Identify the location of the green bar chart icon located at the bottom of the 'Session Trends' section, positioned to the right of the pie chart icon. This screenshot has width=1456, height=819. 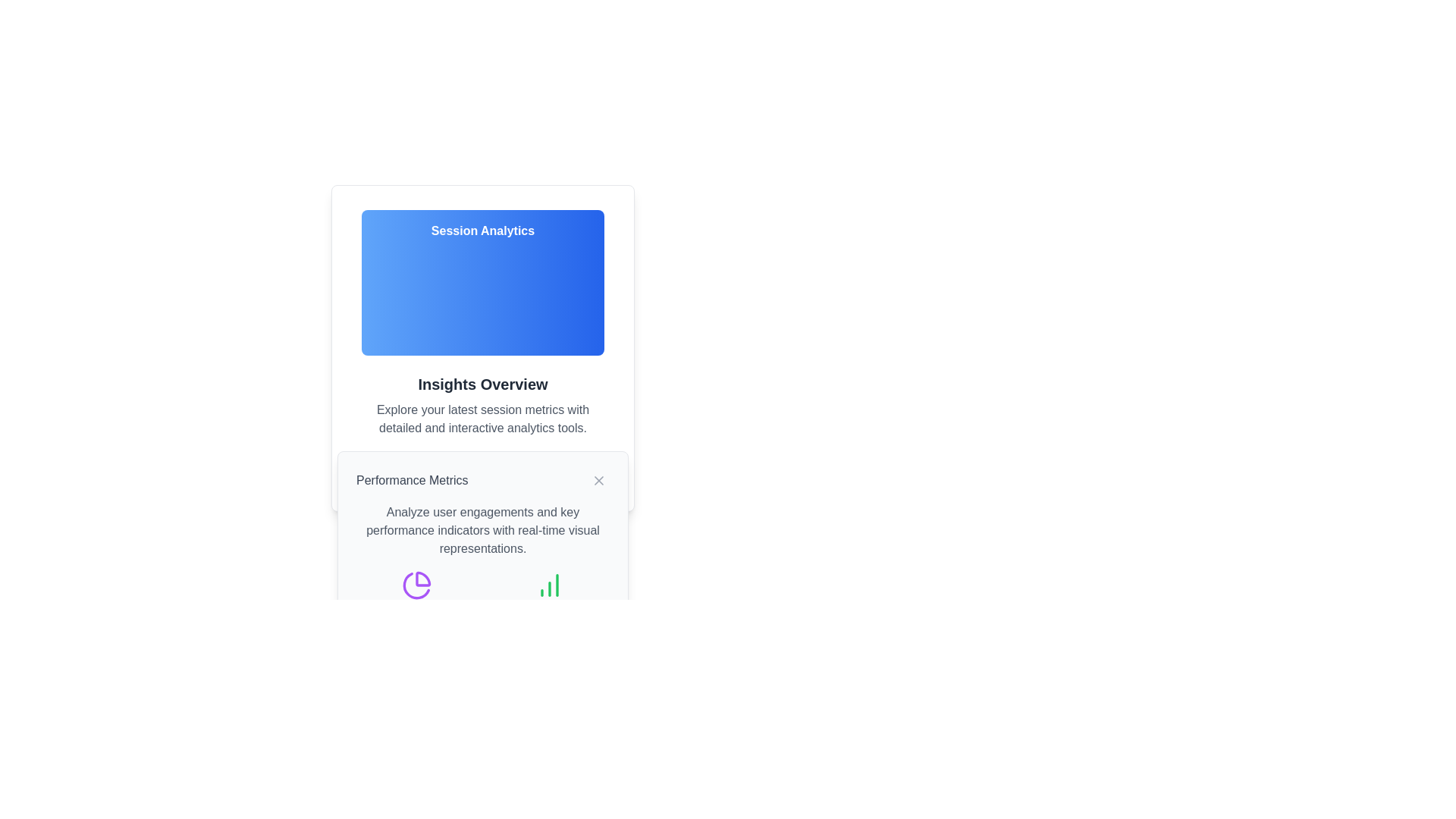
(548, 584).